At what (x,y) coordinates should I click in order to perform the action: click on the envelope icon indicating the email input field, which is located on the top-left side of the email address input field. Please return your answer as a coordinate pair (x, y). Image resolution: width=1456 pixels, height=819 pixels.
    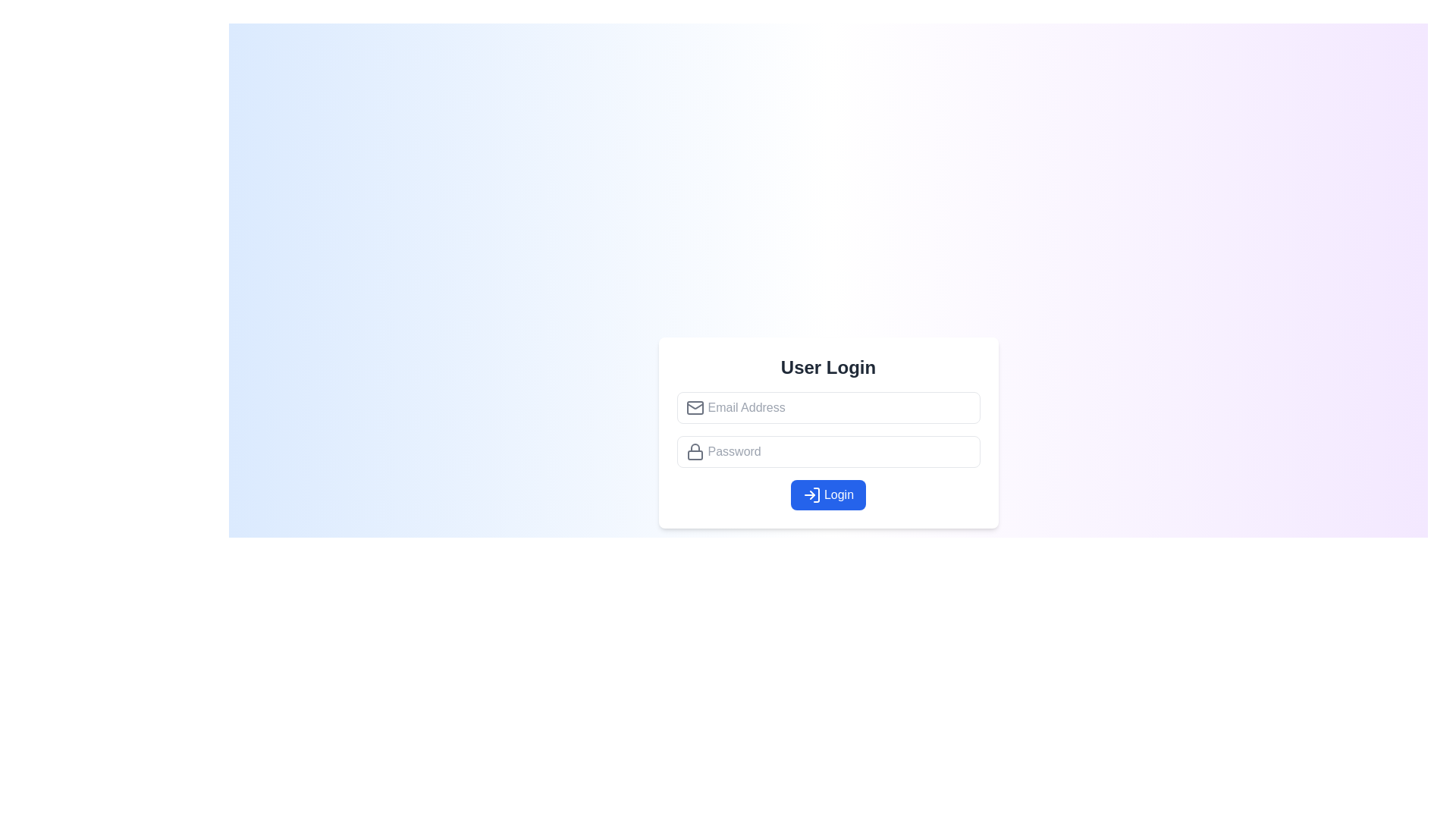
    Looking at the image, I should click on (694, 406).